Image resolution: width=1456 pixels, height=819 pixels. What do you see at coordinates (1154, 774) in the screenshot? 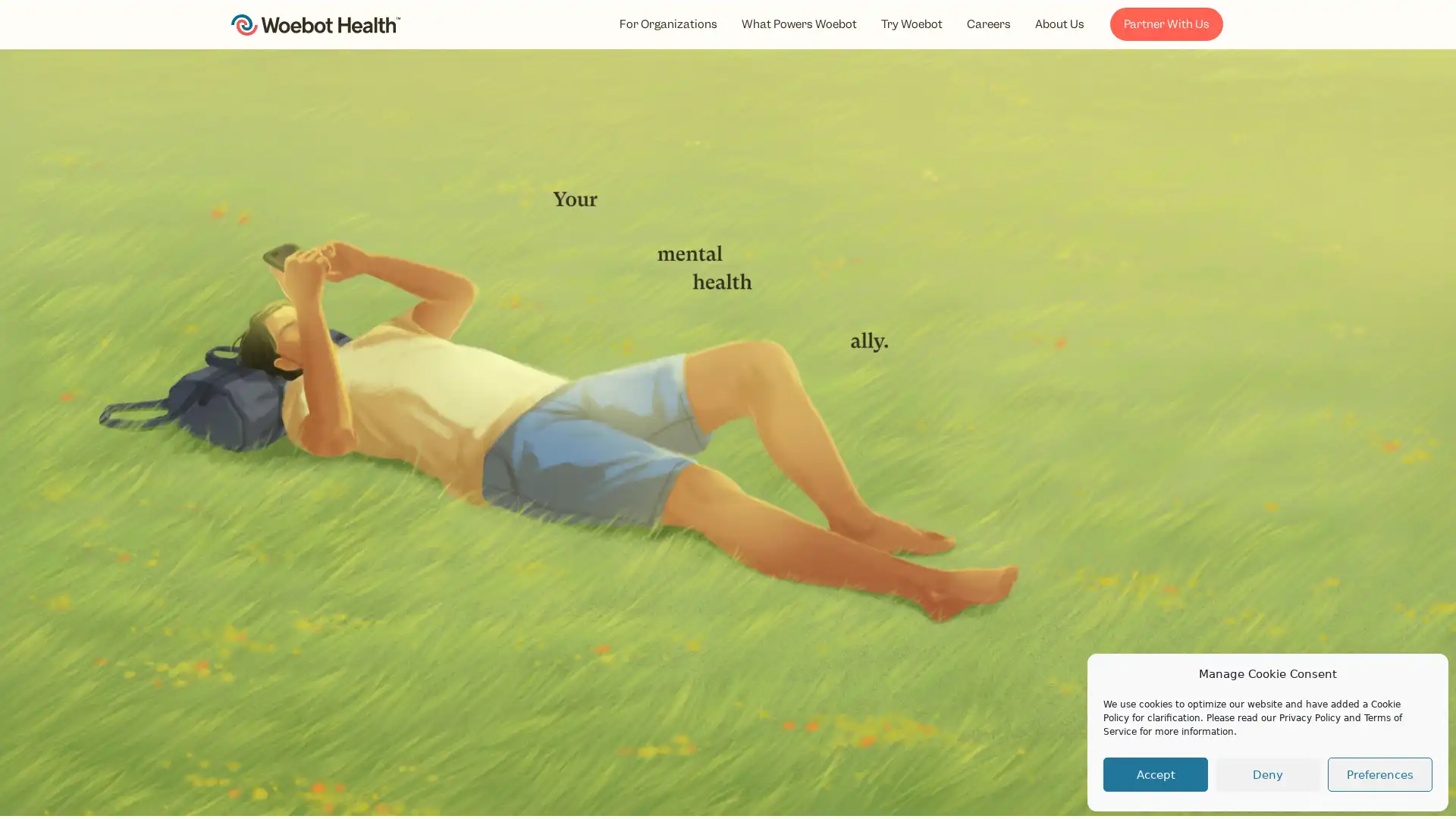
I see `Accept` at bounding box center [1154, 774].